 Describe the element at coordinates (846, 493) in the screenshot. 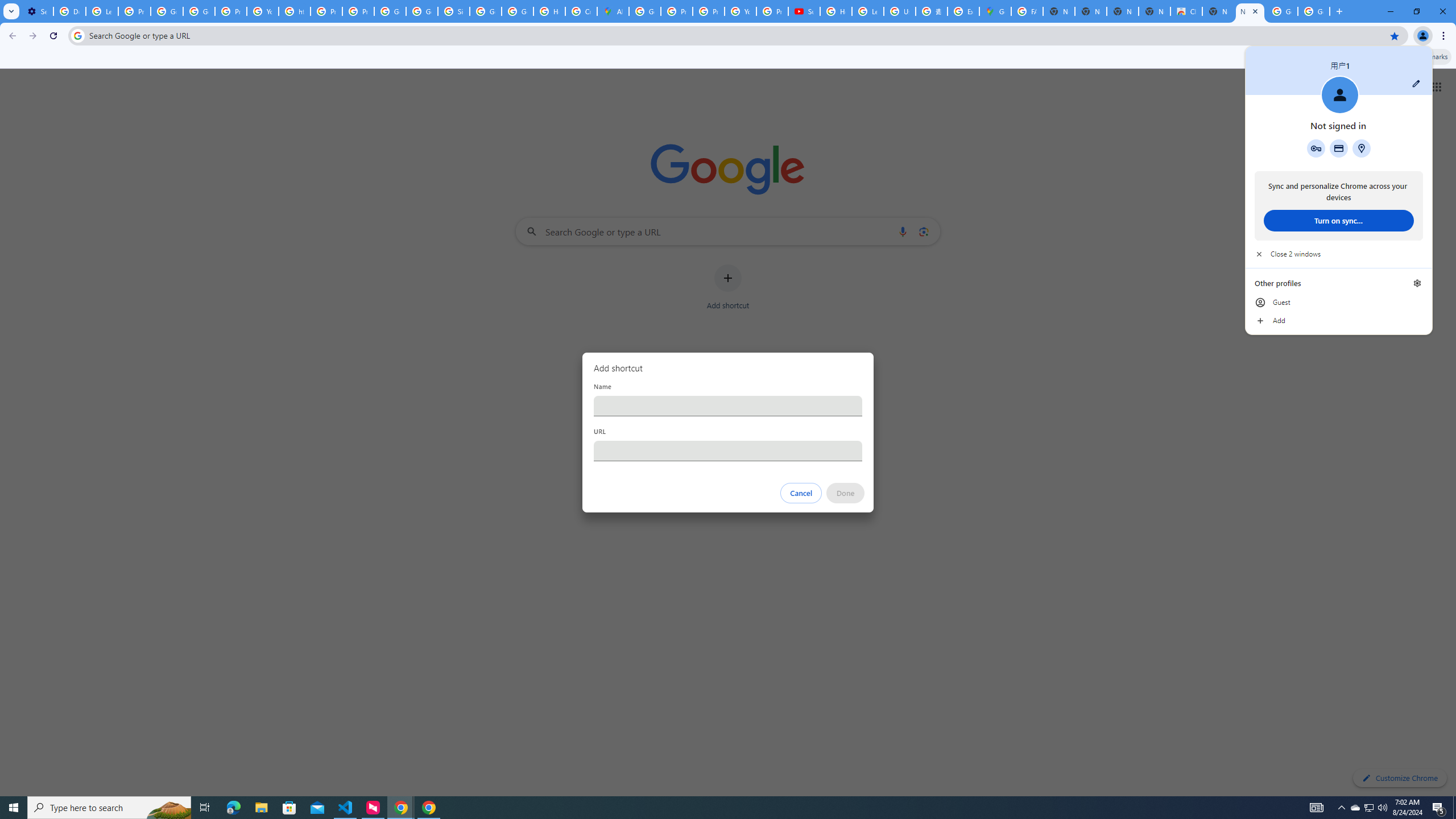

I see `'Done'` at that location.